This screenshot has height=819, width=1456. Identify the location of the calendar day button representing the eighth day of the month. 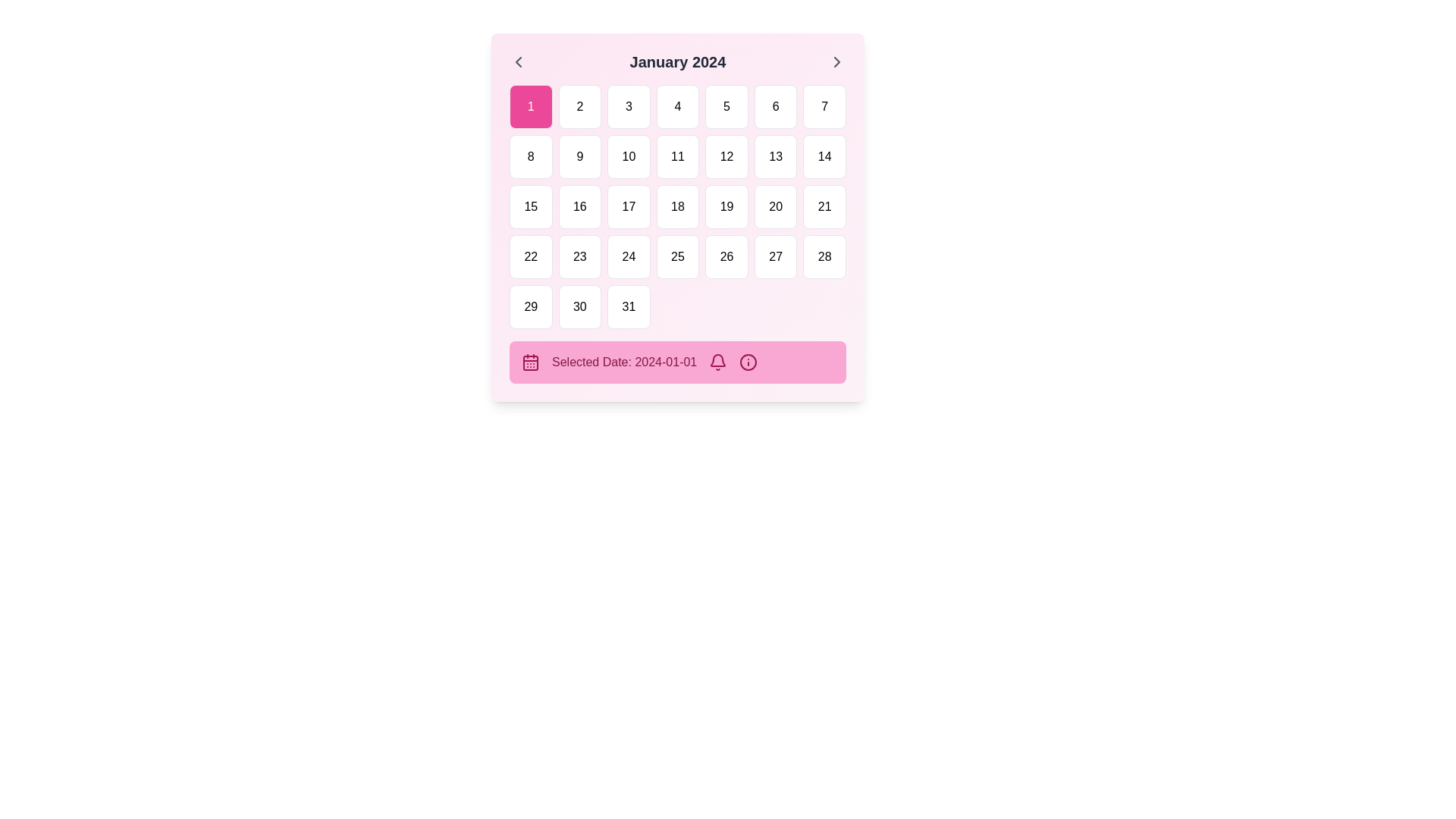
(531, 157).